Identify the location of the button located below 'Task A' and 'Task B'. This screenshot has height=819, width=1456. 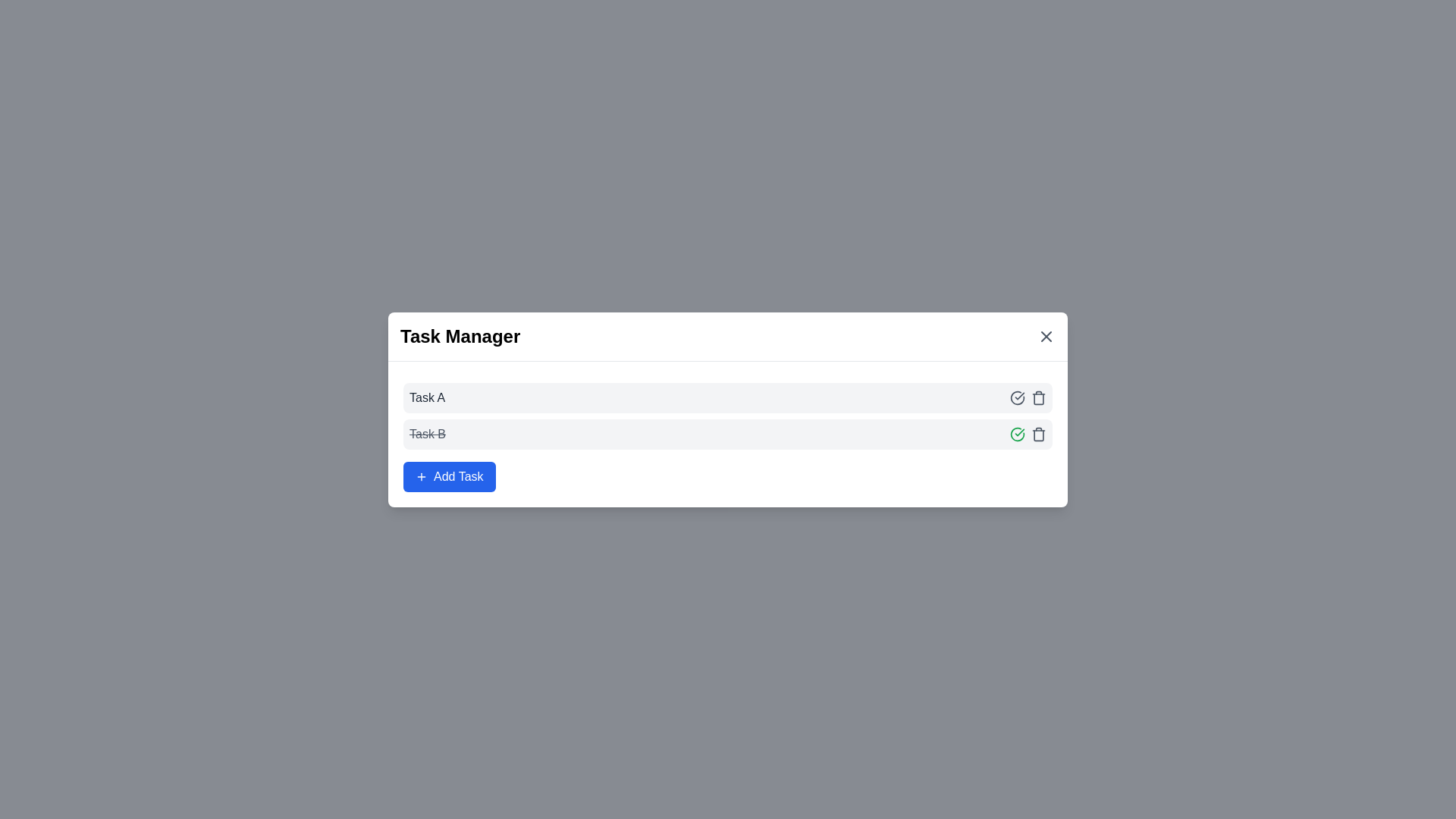
(448, 475).